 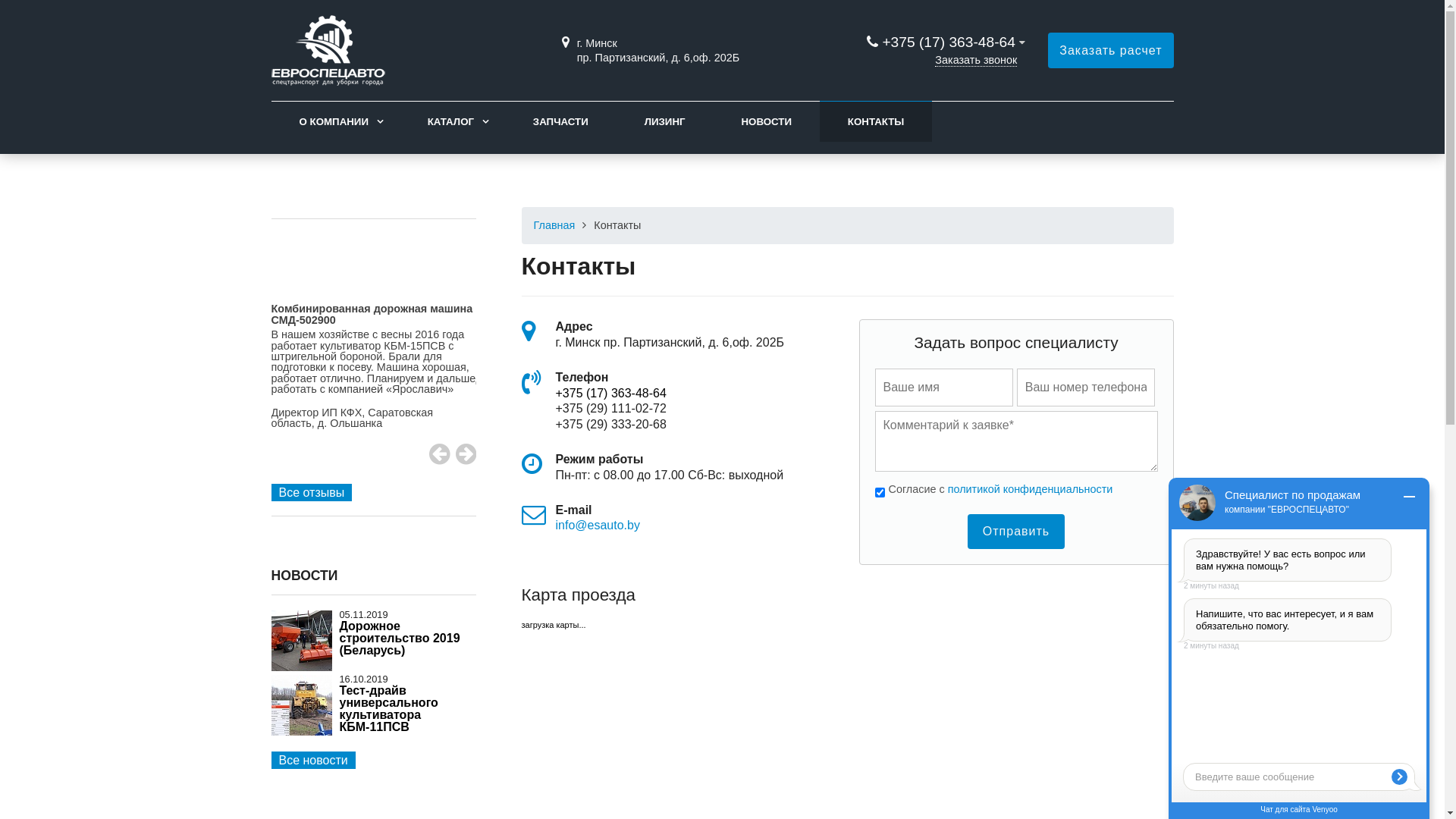 I want to click on '+375 (29) 333-20-68', so click(x=610, y=424).